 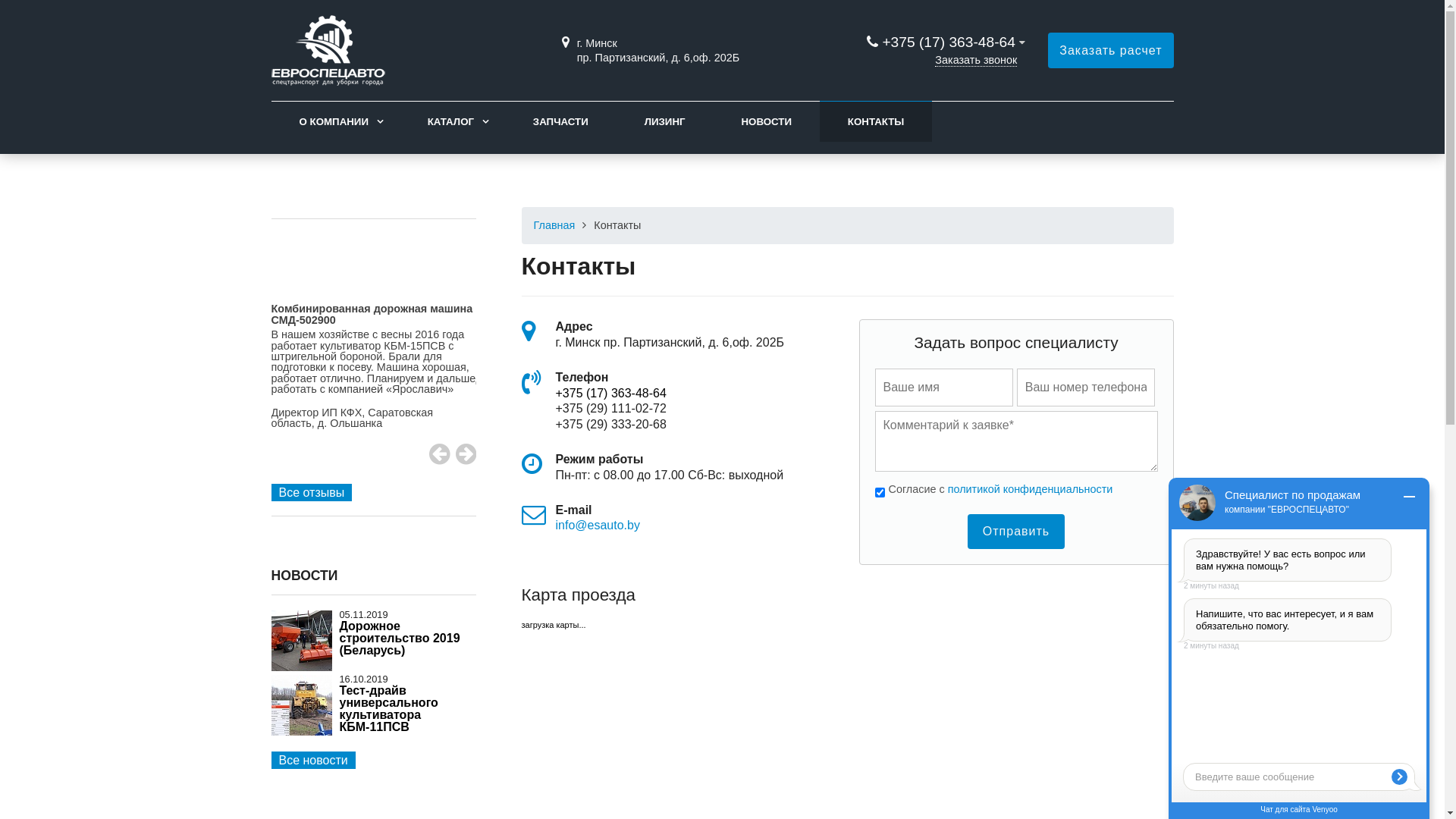 I want to click on '+375 (29) 333-20-68', so click(x=610, y=424).